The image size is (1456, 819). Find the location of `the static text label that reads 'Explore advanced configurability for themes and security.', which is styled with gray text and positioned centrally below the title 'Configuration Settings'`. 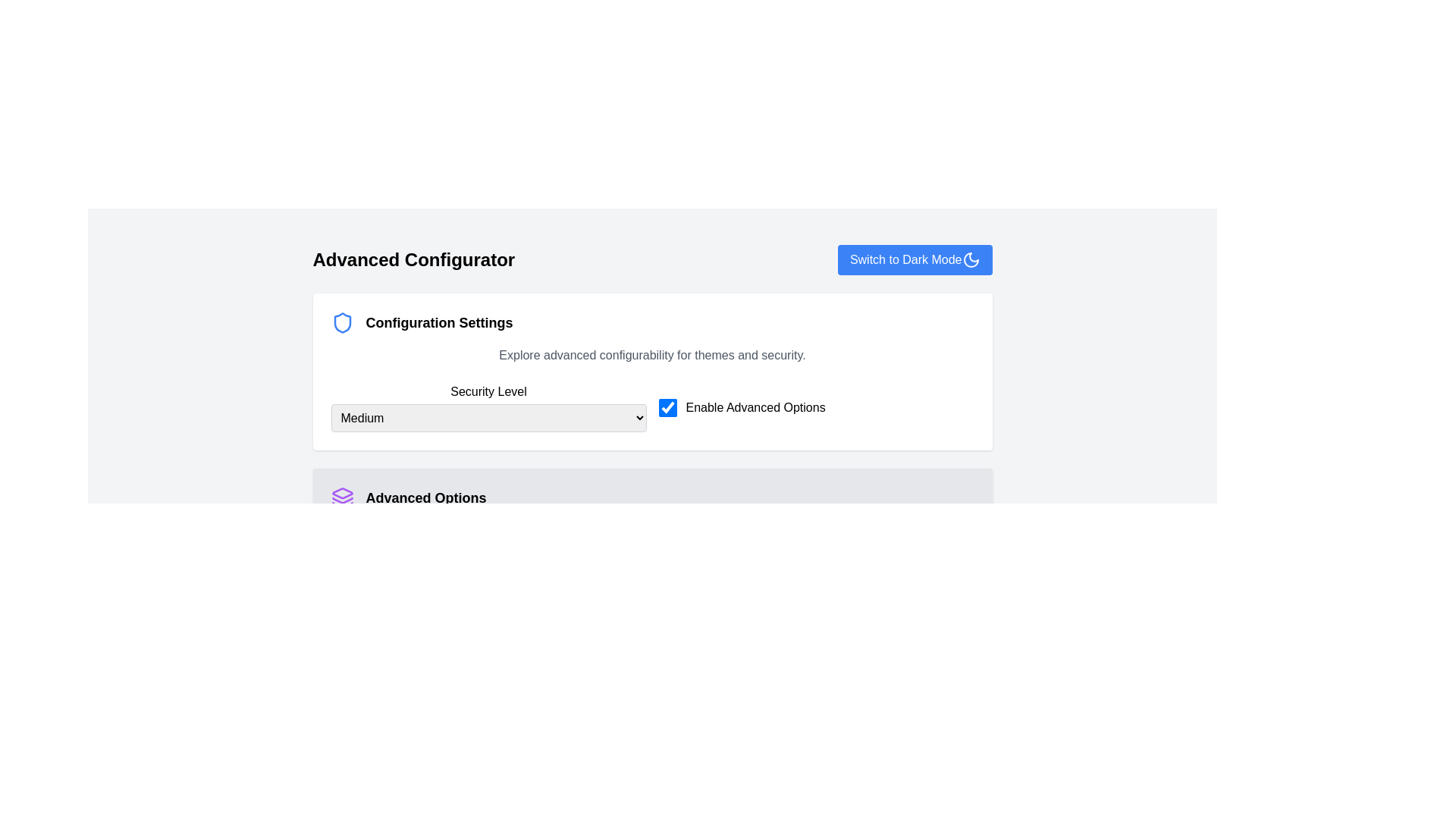

the static text label that reads 'Explore advanced configurability for themes and security.', which is styled with gray text and positioned centrally below the title 'Configuration Settings' is located at coordinates (652, 356).